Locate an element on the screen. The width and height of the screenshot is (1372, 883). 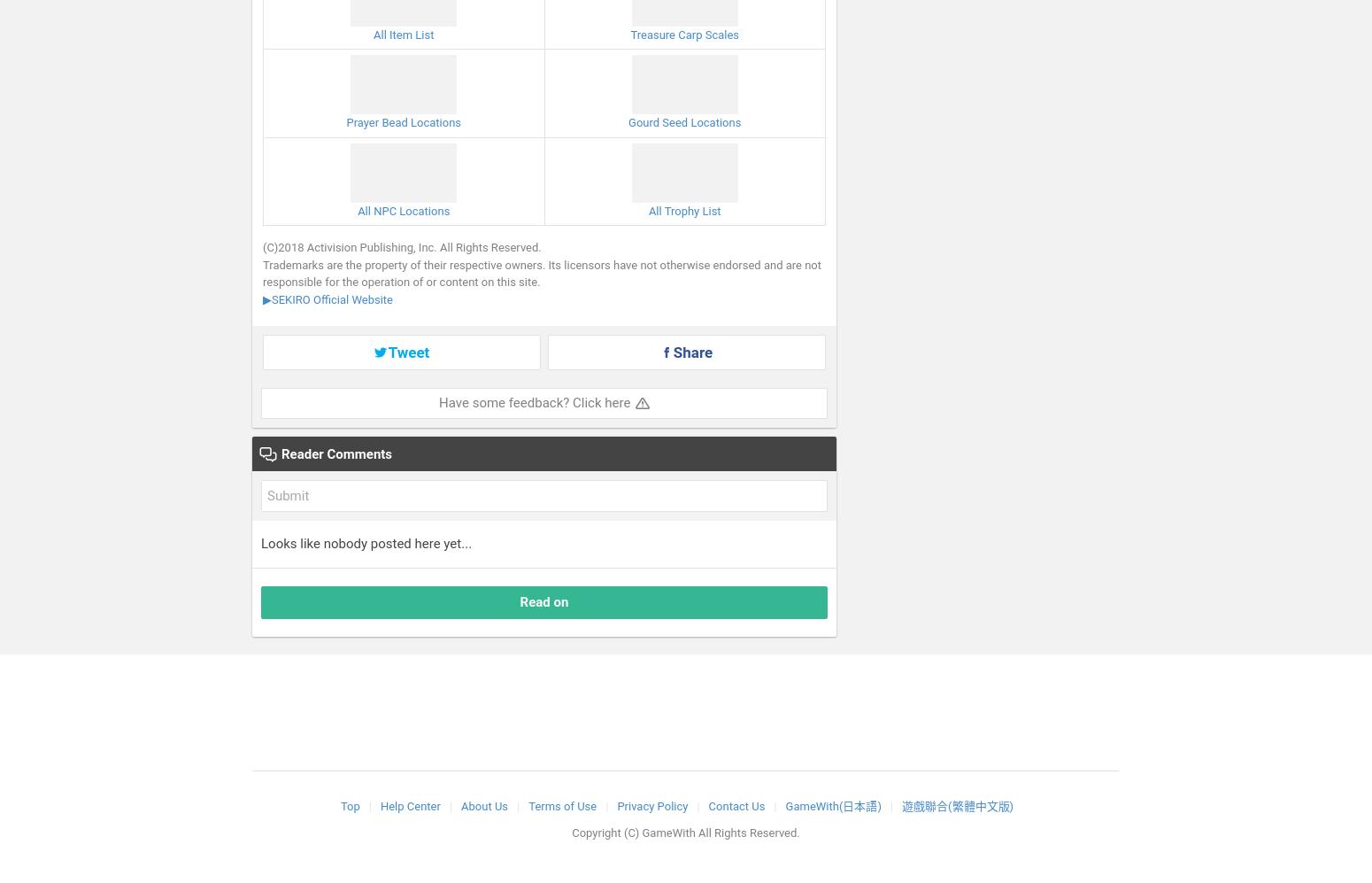
'(C)2018 Activision Publishing, Inc. All Rights Reserved.' is located at coordinates (401, 247).